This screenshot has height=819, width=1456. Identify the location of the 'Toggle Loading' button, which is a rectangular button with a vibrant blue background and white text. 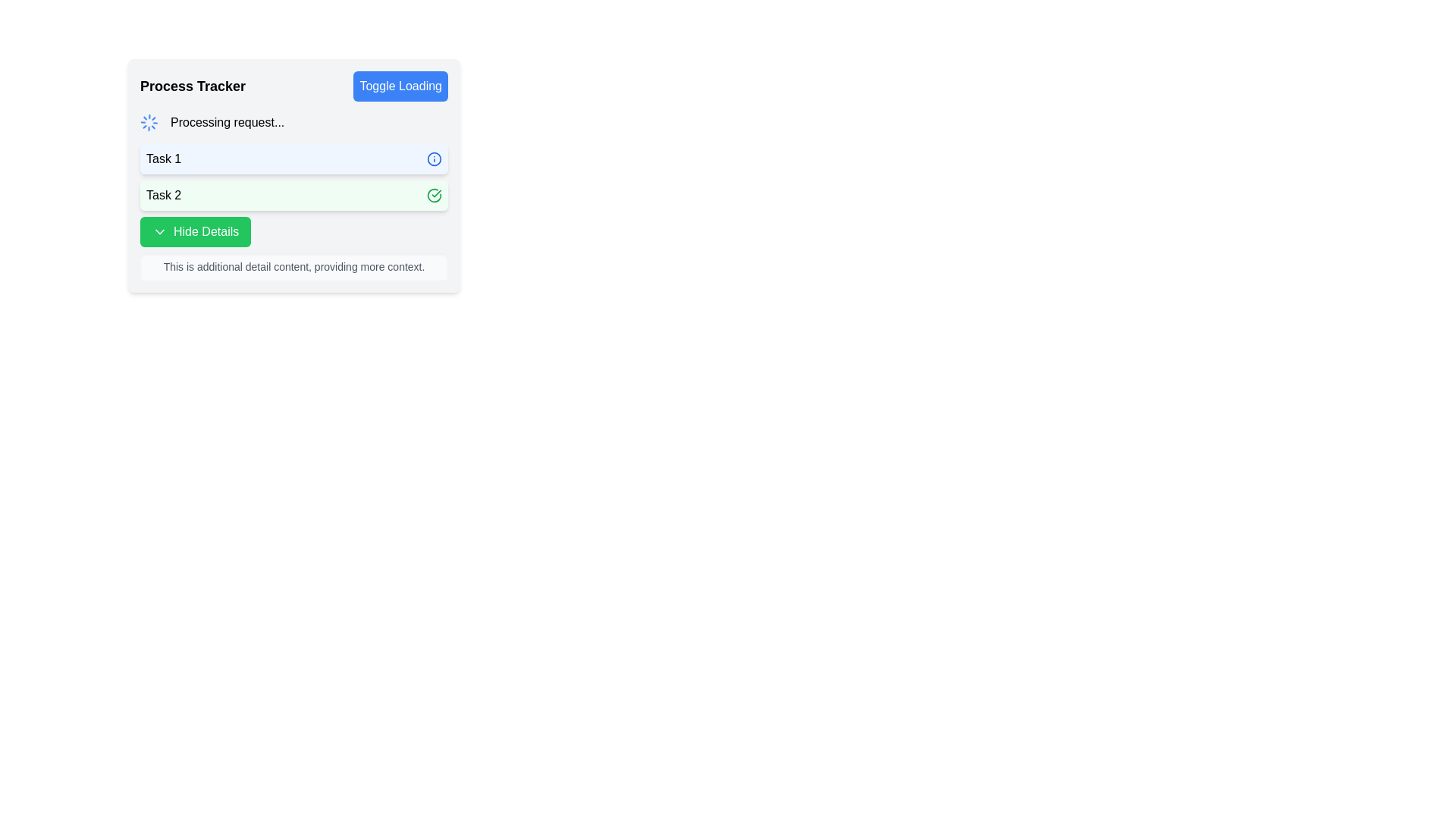
(400, 86).